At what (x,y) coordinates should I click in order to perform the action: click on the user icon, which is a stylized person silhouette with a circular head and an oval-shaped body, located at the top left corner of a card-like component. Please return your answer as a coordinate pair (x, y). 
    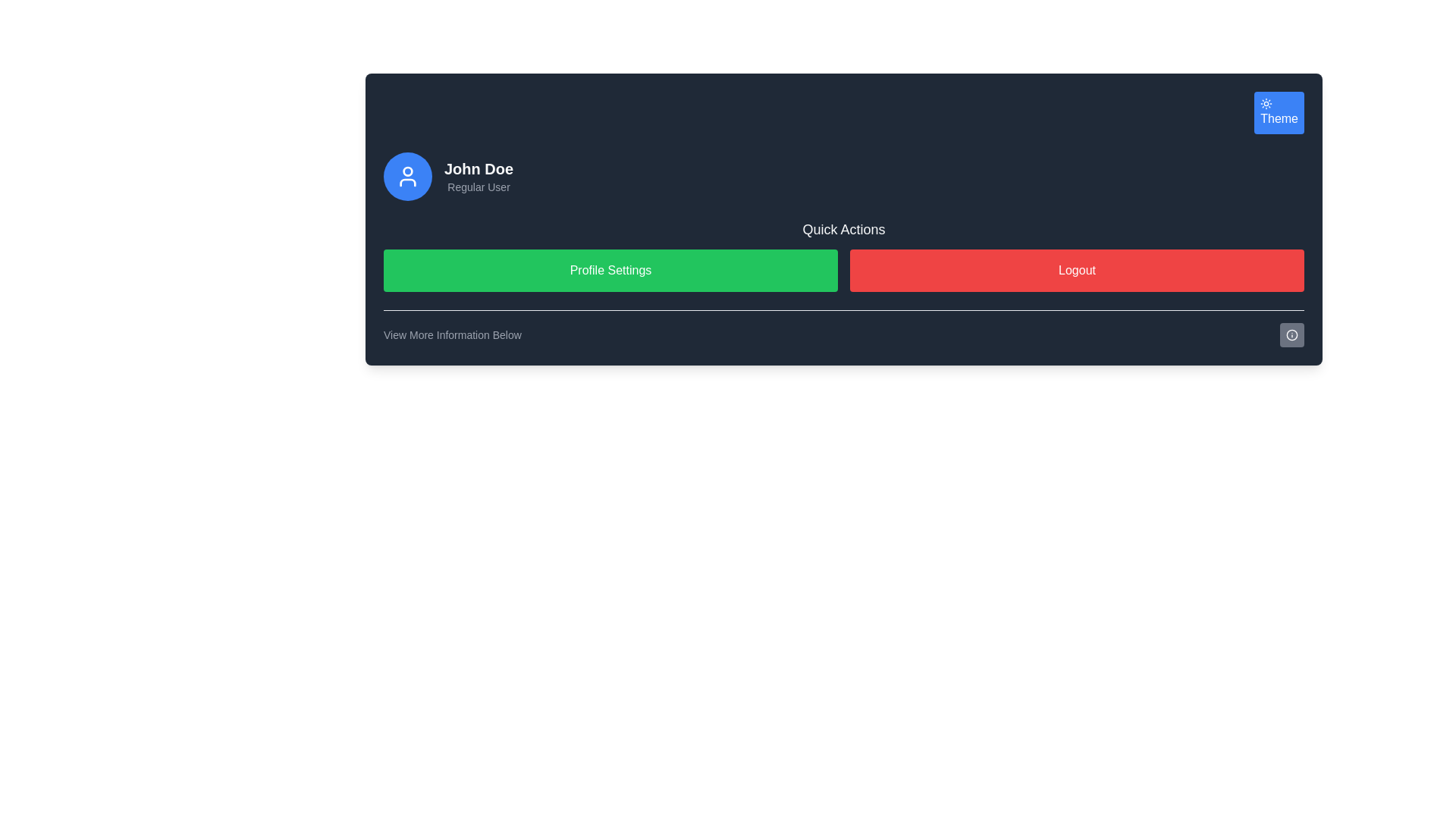
    Looking at the image, I should click on (407, 175).